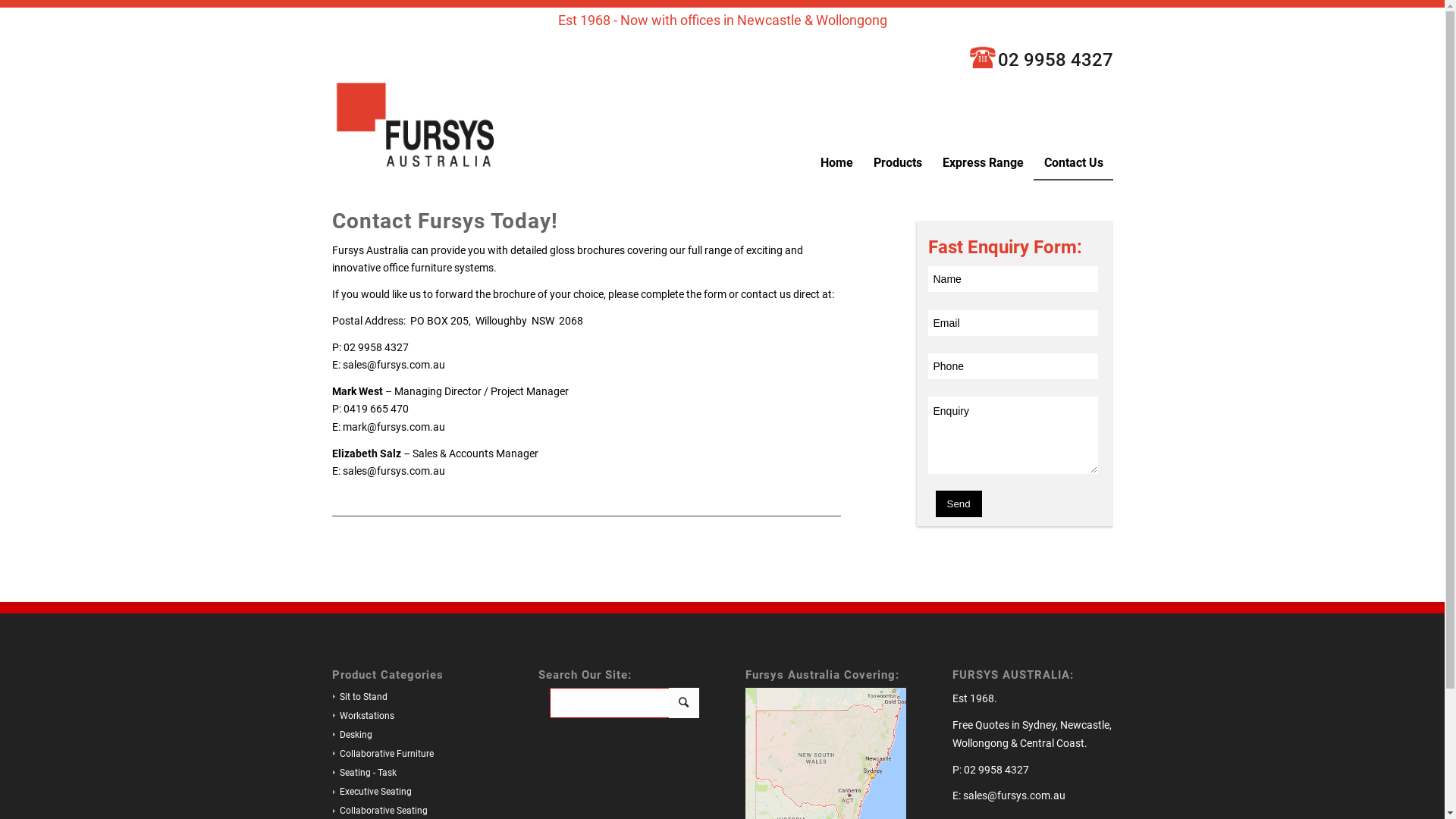  I want to click on 'Workstations', so click(331, 716).